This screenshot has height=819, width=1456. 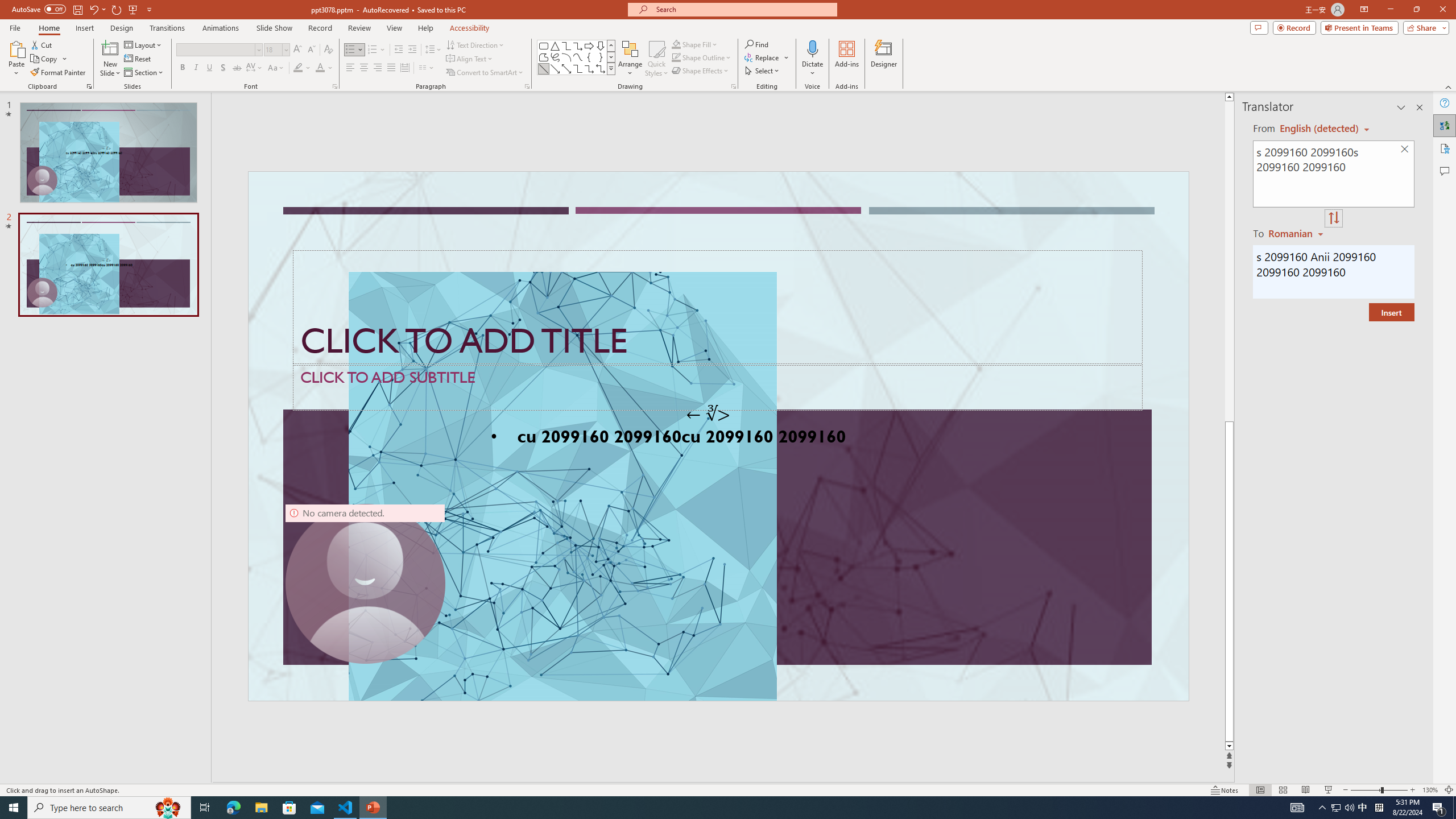 I want to click on 'Line Arrow: Double', so click(x=565, y=68).